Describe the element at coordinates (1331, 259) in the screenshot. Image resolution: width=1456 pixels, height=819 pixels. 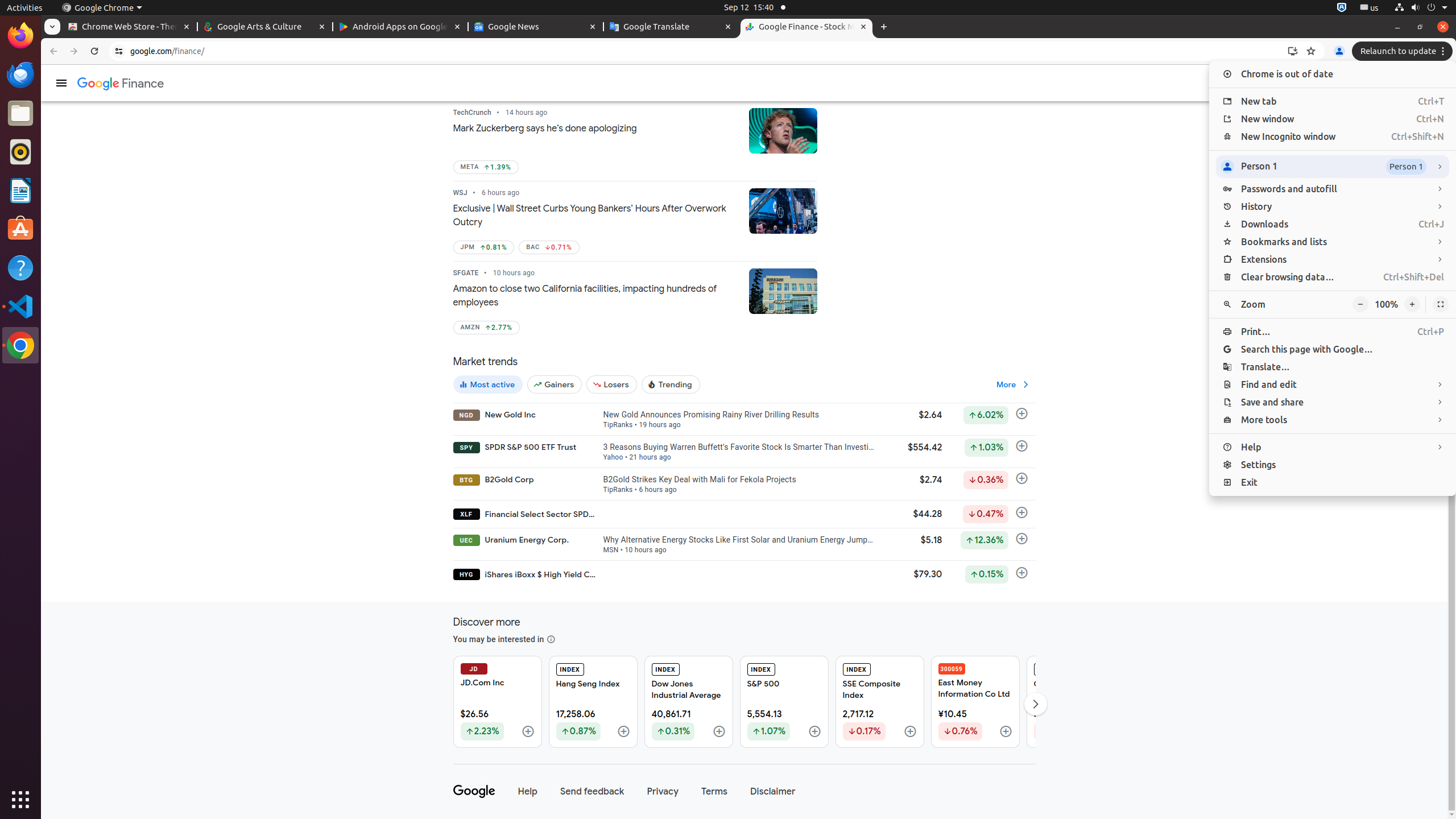
I see `'Extensions'` at that location.